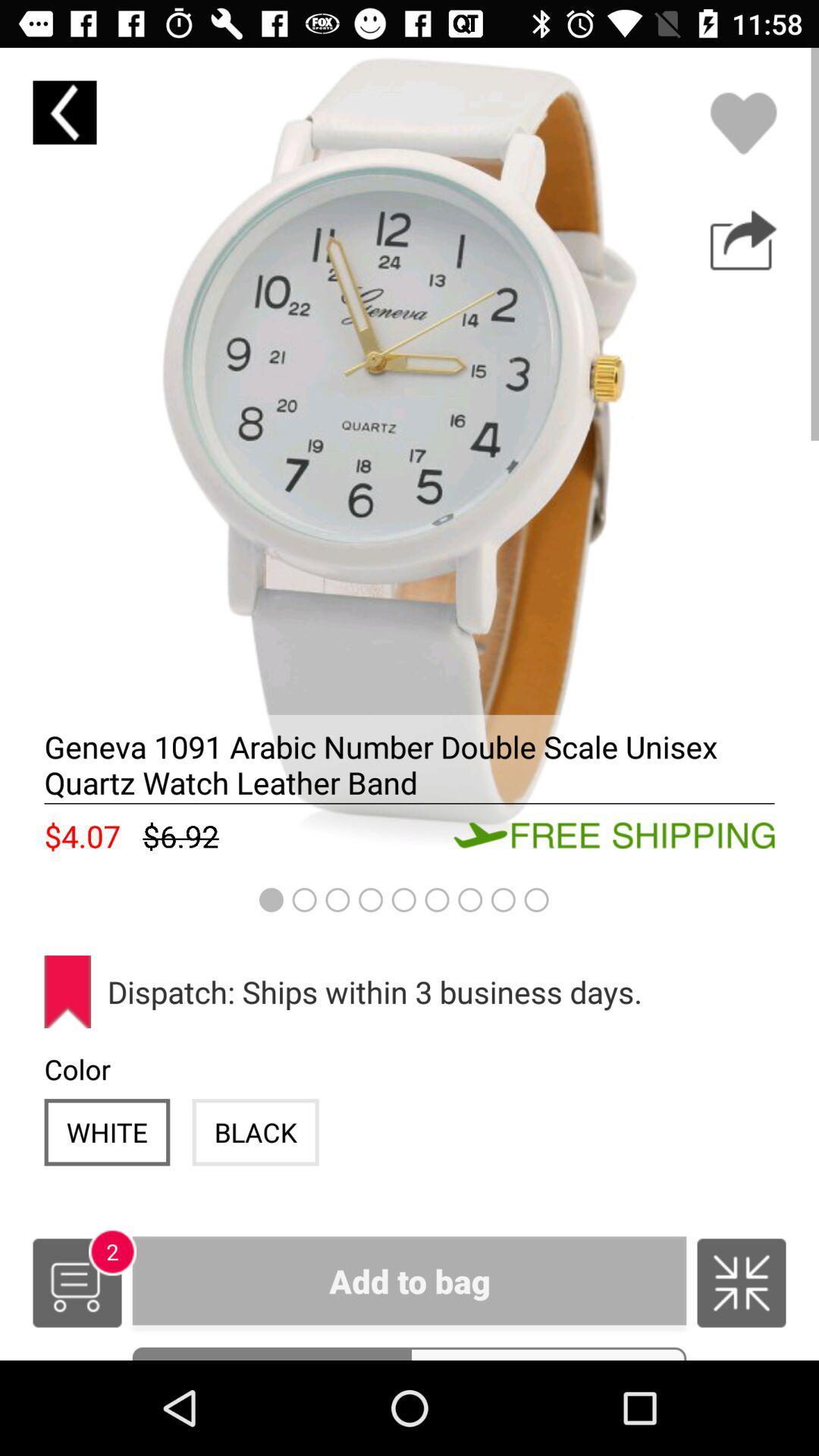  Describe the element at coordinates (77, 1282) in the screenshot. I see `shopping cart` at that location.